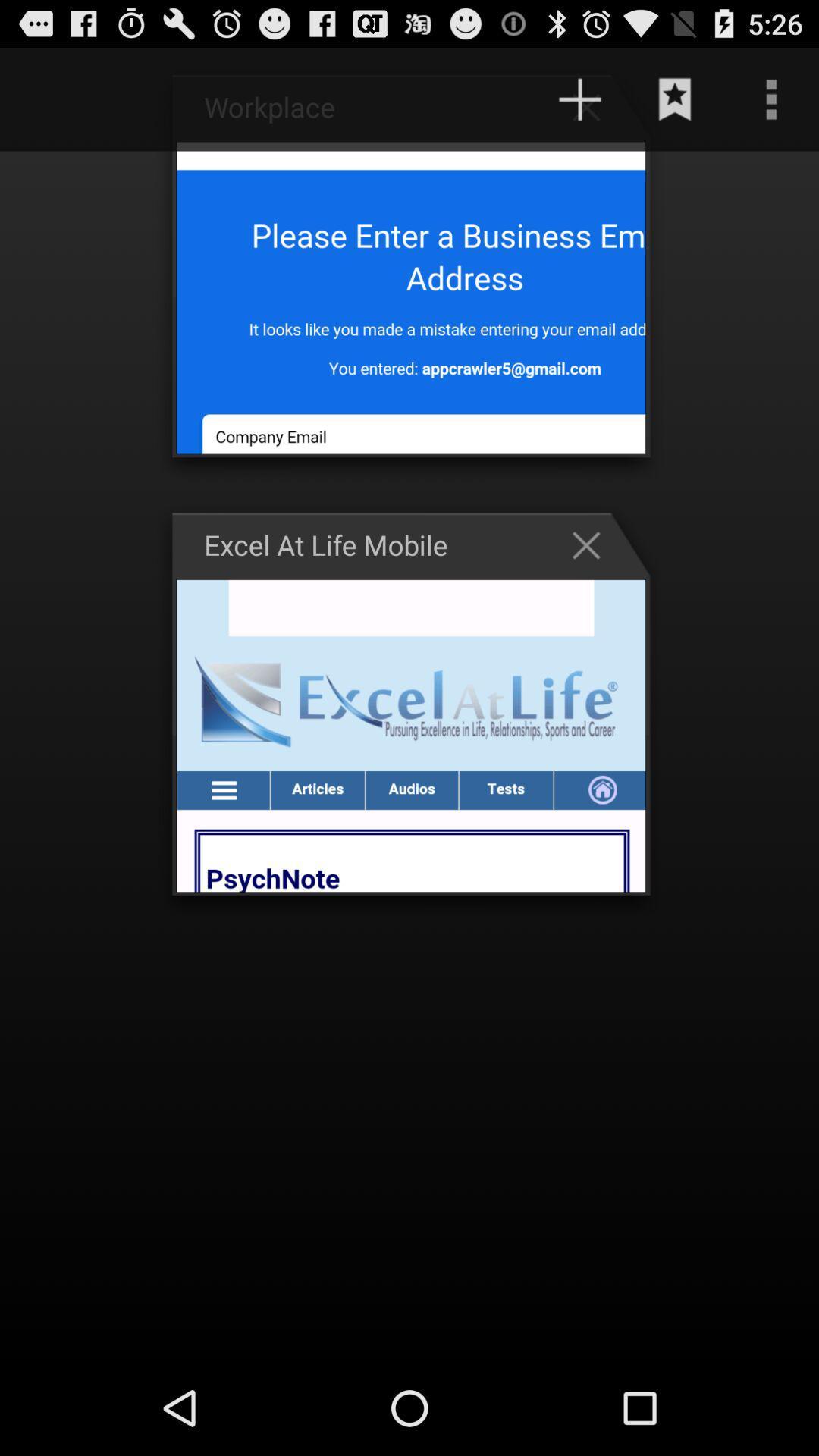 The height and width of the screenshot is (1456, 819). Describe the element at coordinates (593, 582) in the screenshot. I see `the close icon` at that location.